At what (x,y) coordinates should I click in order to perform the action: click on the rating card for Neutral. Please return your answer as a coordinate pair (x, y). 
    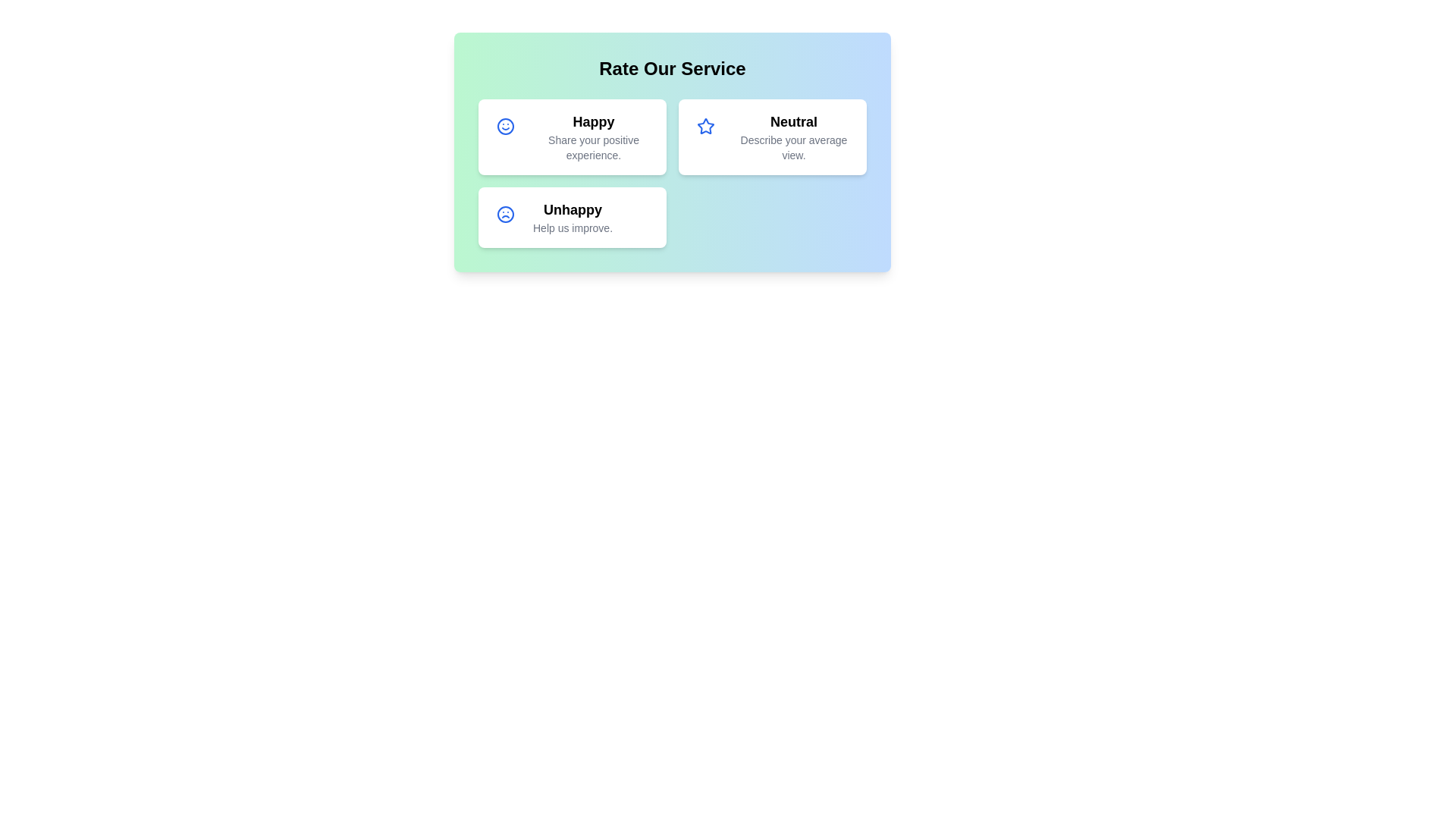
    Looking at the image, I should click on (772, 137).